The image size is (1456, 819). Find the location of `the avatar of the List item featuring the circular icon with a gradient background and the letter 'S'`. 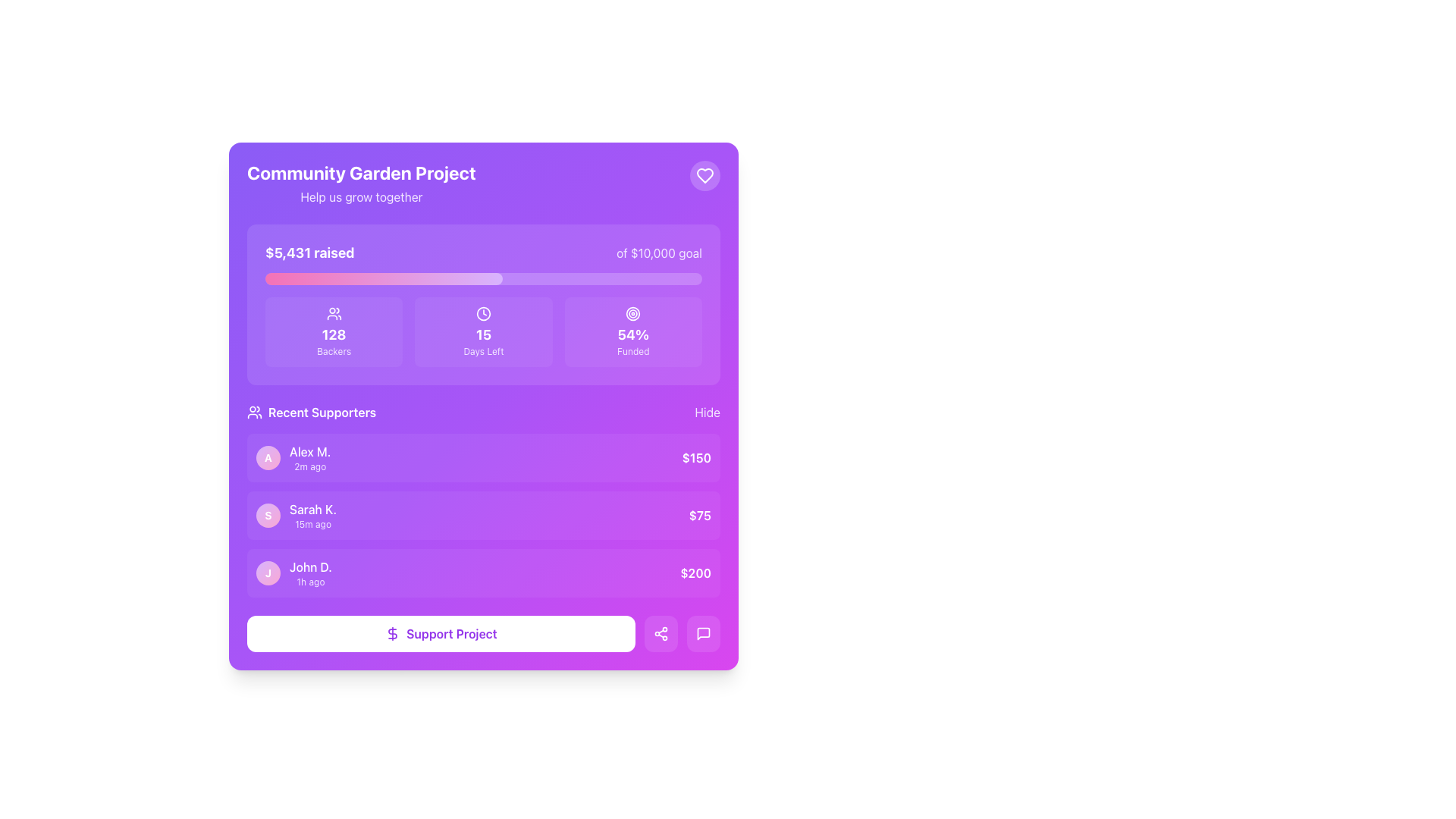

the avatar of the List item featuring the circular icon with a gradient background and the letter 'S' is located at coordinates (297, 514).